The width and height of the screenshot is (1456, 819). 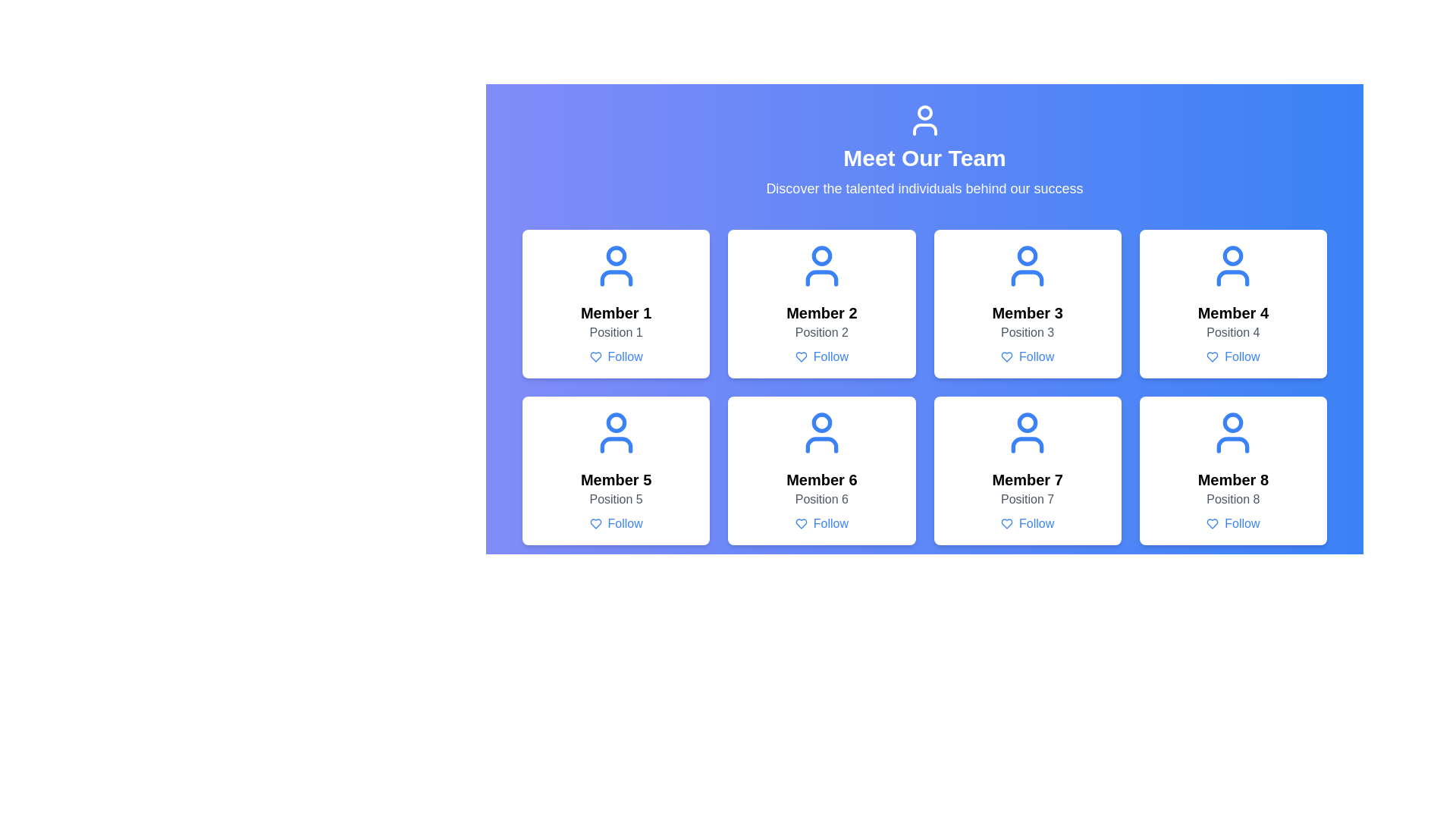 I want to click on the heart icon located within the 'Follow' button of the profile card for 'Member 5', which serves as a visual indicator for liking or favoring a user profile, so click(x=595, y=522).